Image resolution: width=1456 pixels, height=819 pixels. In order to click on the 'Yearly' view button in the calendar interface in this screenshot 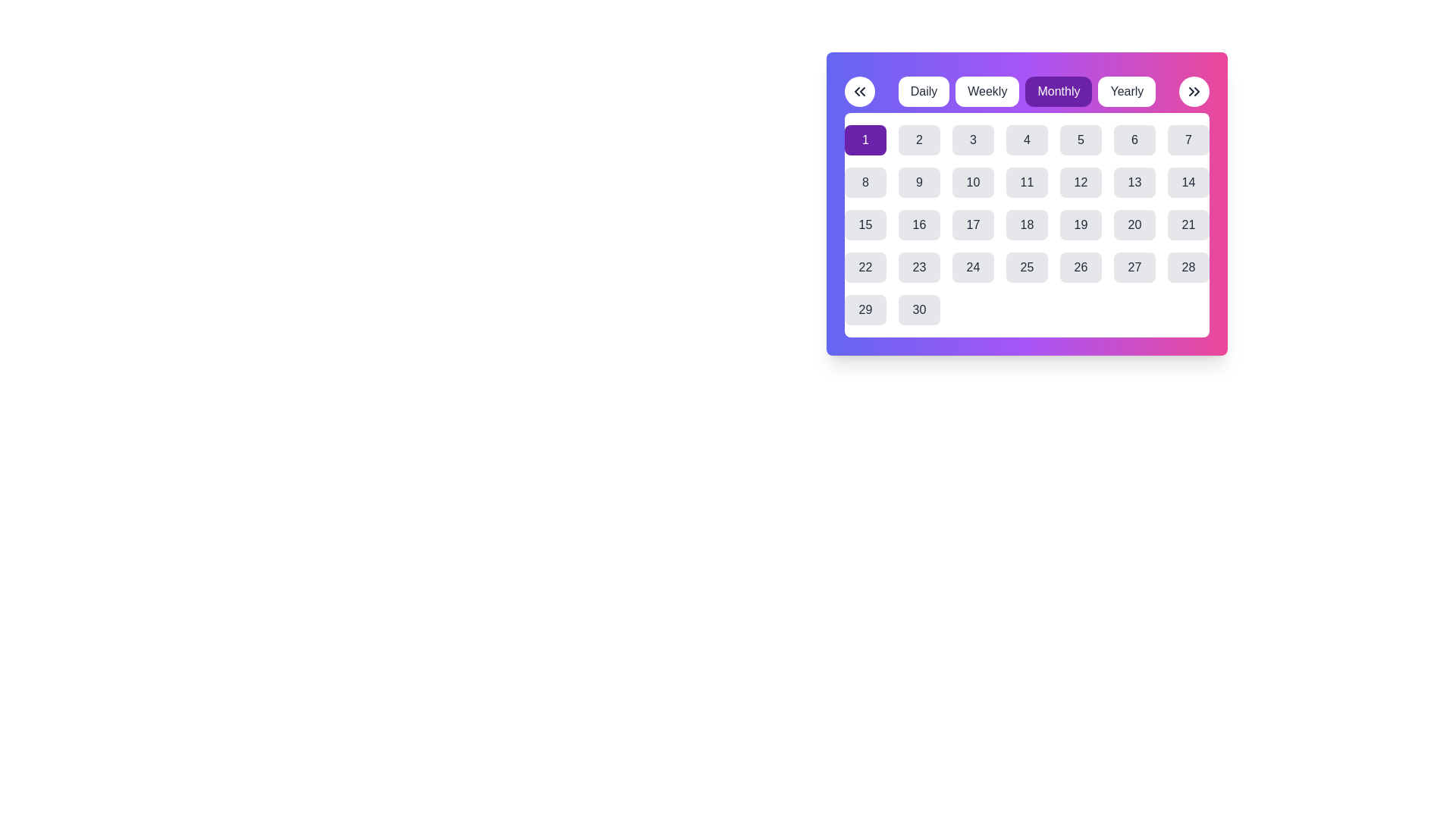, I will do `click(1127, 91)`.